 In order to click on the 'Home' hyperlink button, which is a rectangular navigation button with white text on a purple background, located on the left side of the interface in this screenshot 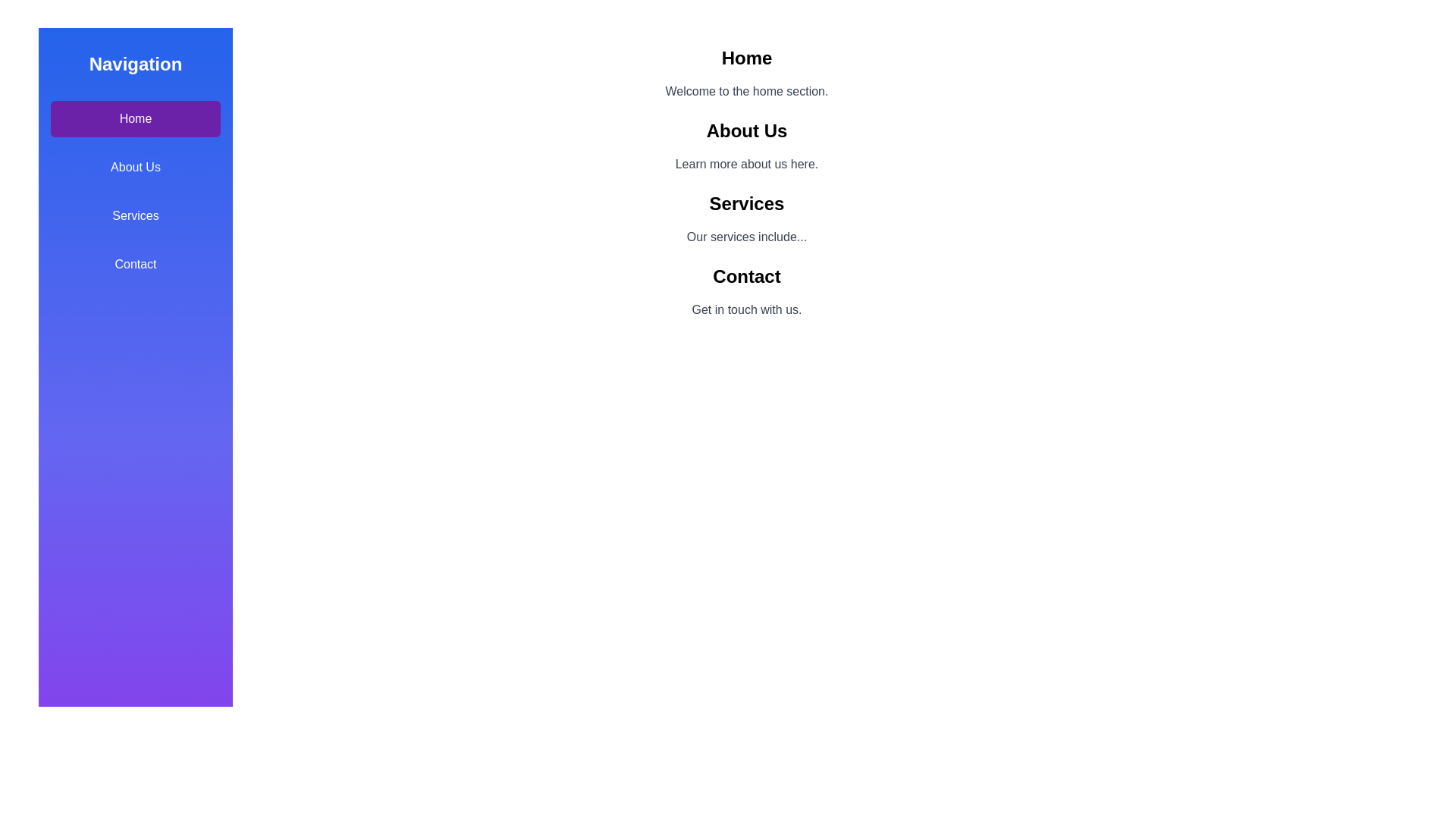, I will do `click(135, 118)`.